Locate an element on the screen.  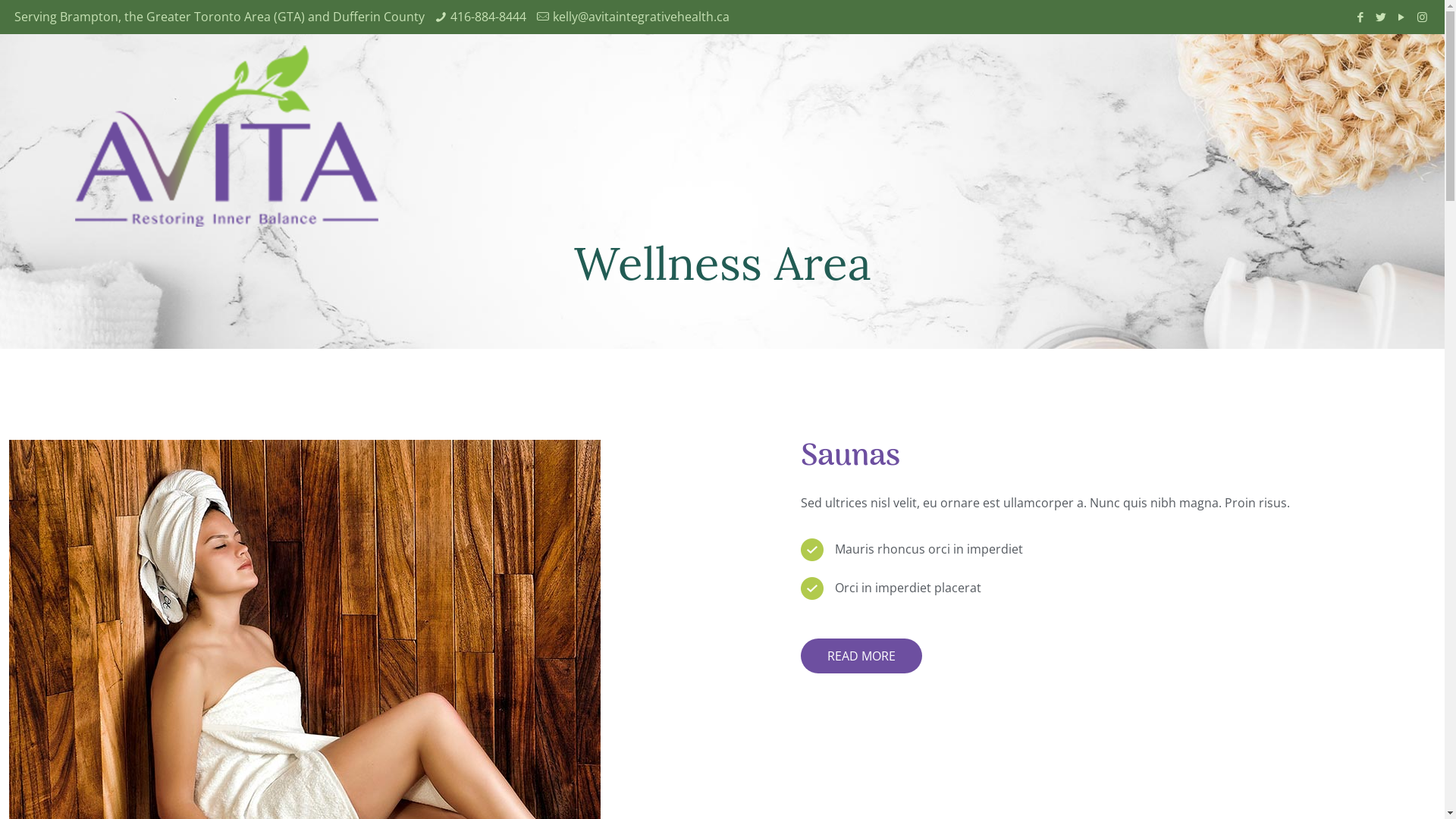
'416-884-8444' is located at coordinates (450, 17).